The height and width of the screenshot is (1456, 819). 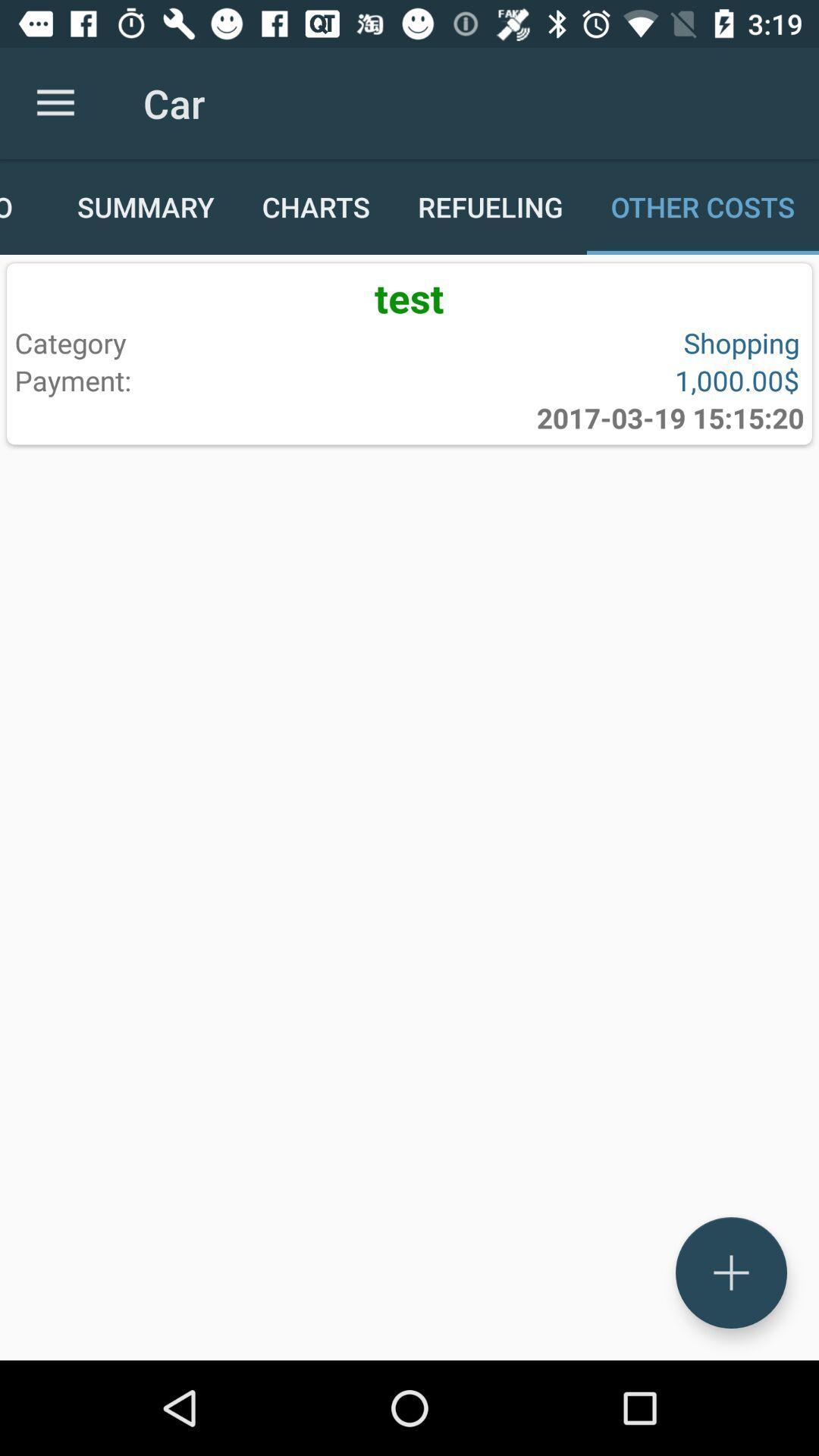 I want to click on app to the left of car icon, so click(x=55, y=102).